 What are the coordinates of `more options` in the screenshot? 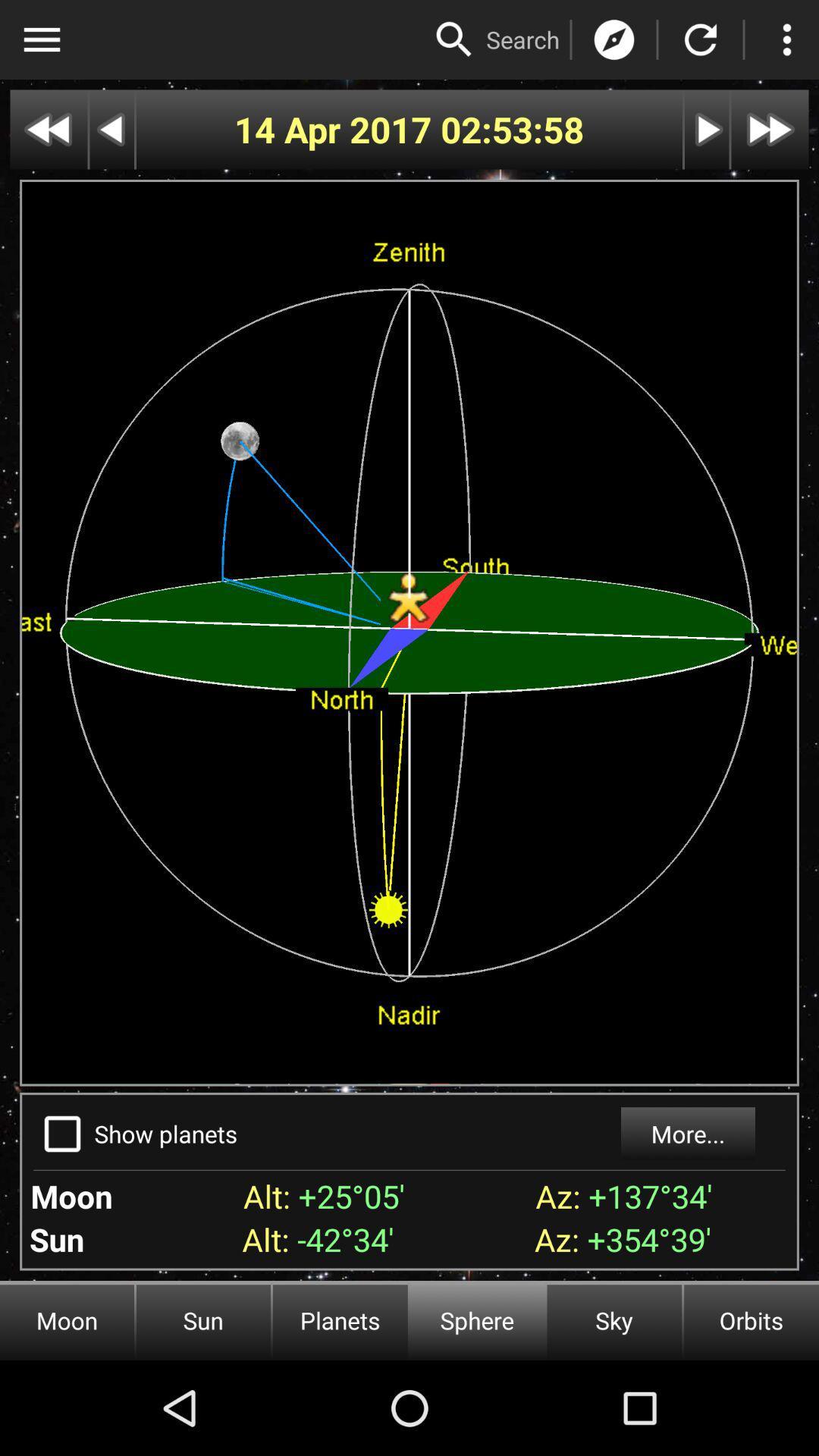 It's located at (786, 39).